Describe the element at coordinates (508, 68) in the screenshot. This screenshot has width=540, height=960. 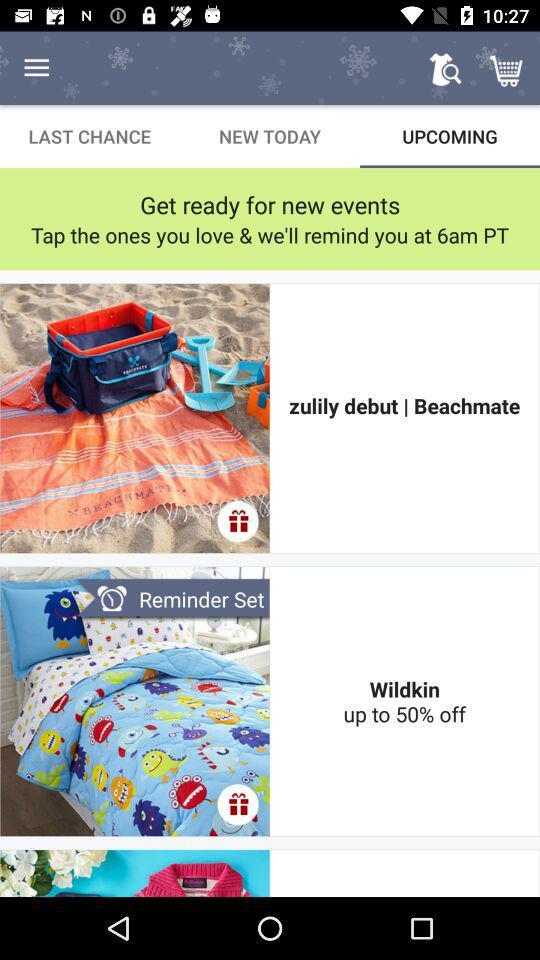
I see `icon above the upcoming item` at that location.